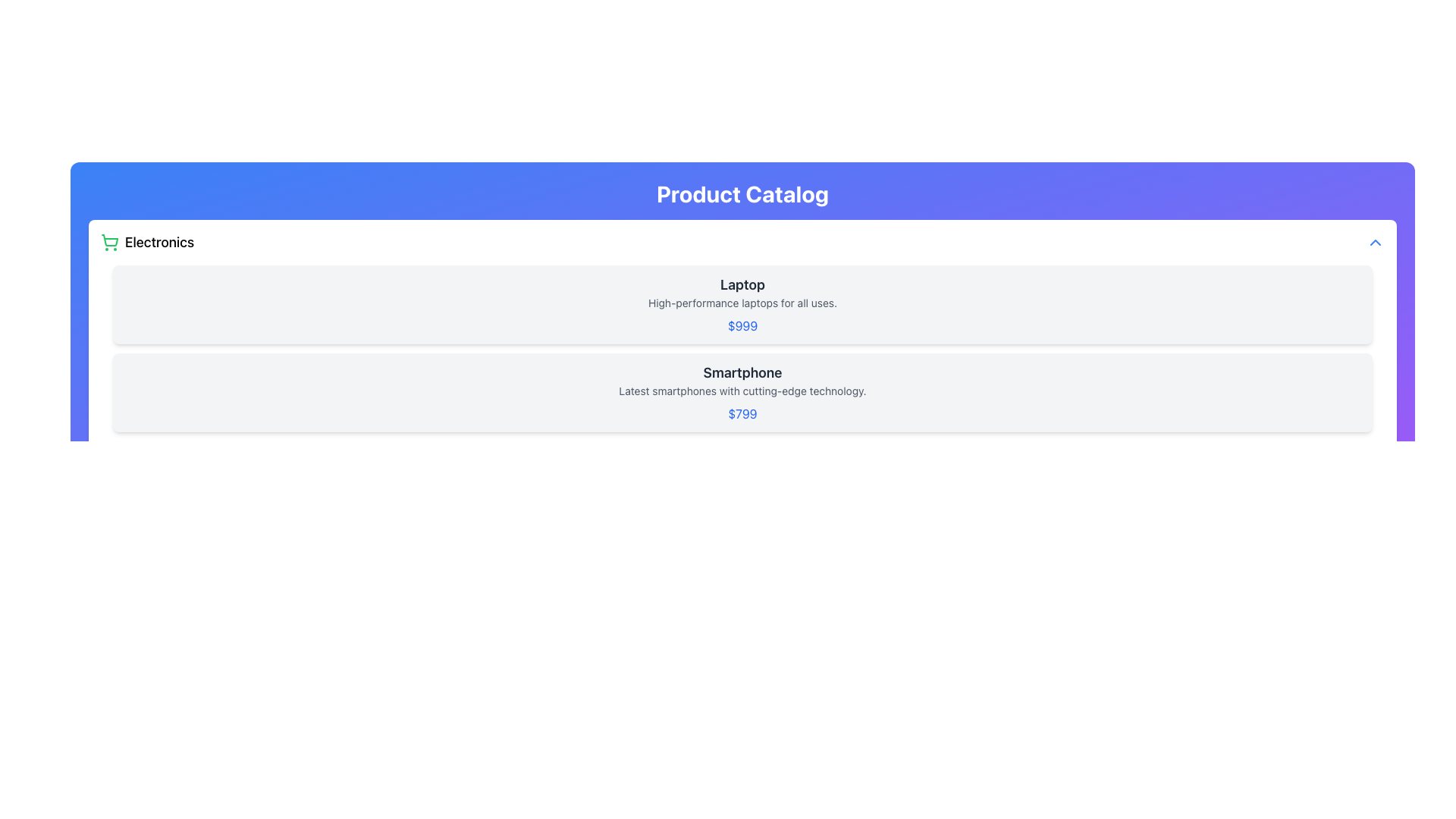  What do you see at coordinates (742, 325) in the screenshot?
I see `price displayed in the Text Label for the product 'Laptop', which is located below the product description and above the next product listed` at bounding box center [742, 325].